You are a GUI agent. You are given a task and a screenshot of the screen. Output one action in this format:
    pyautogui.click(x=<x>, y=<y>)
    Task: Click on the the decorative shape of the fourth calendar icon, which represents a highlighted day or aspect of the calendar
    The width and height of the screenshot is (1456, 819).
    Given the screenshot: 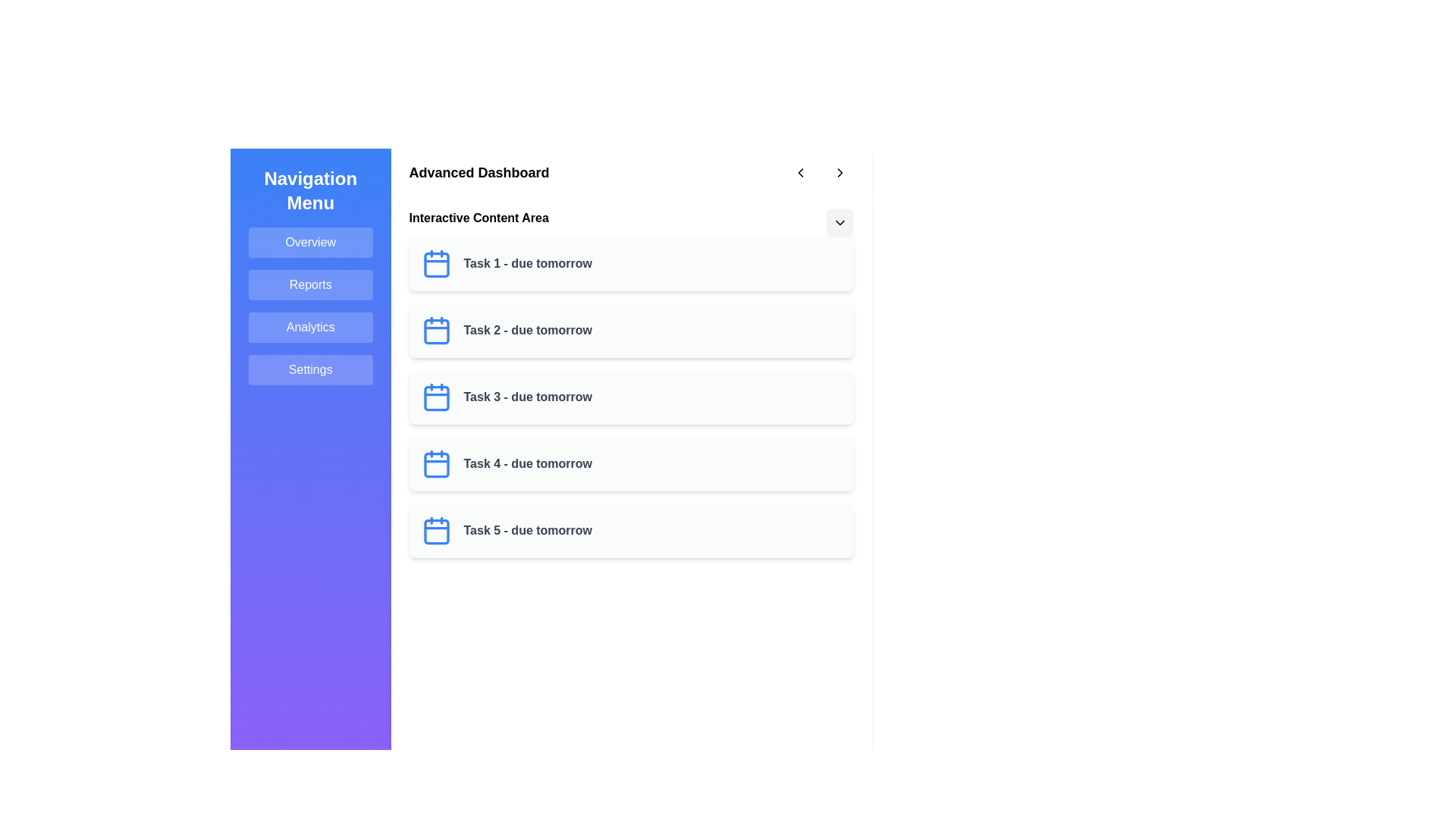 What is the action you would take?
    pyautogui.click(x=435, y=464)
    